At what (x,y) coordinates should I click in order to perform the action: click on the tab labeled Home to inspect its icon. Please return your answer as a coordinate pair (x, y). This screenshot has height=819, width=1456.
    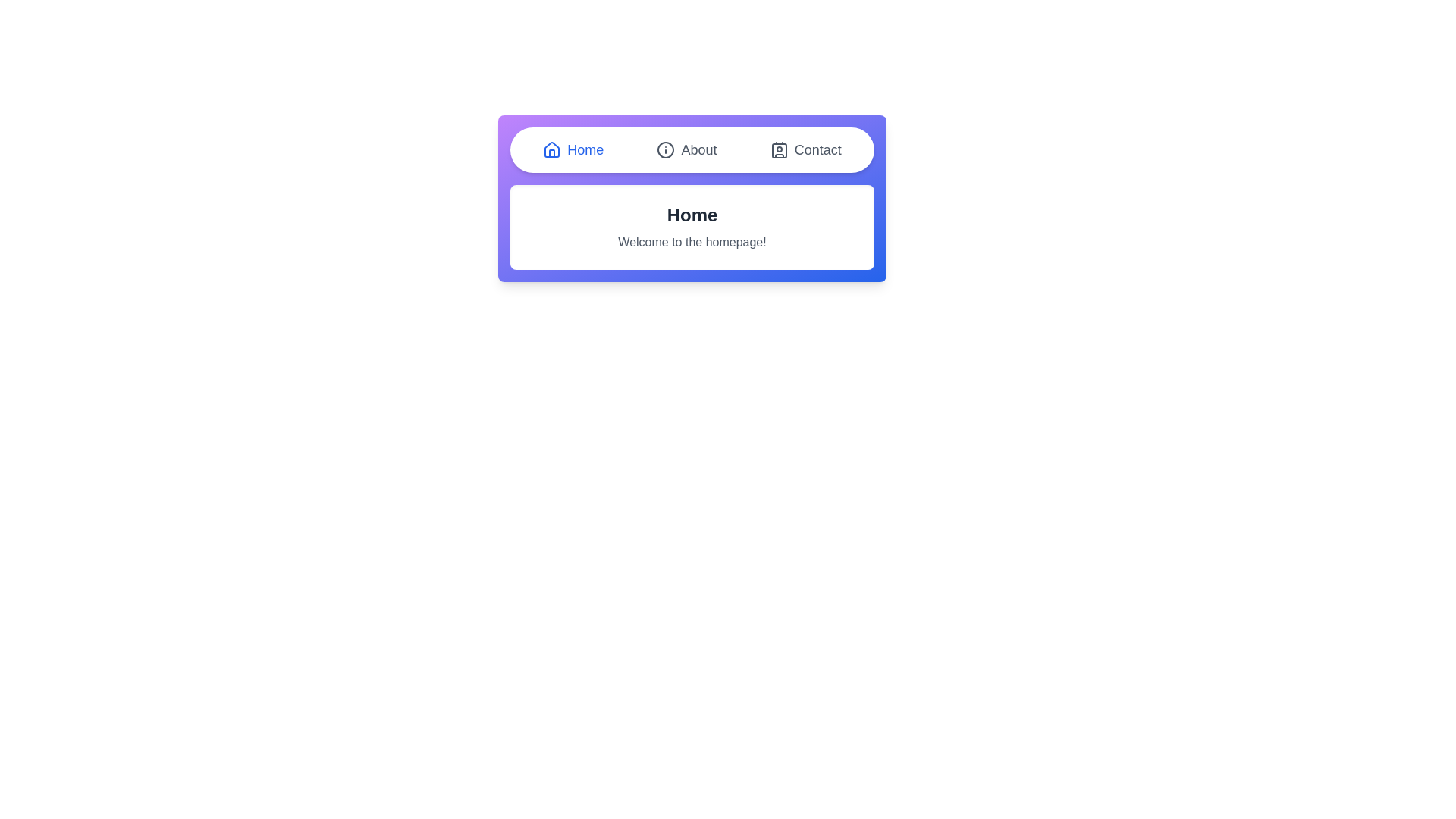
    Looking at the image, I should click on (573, 149).